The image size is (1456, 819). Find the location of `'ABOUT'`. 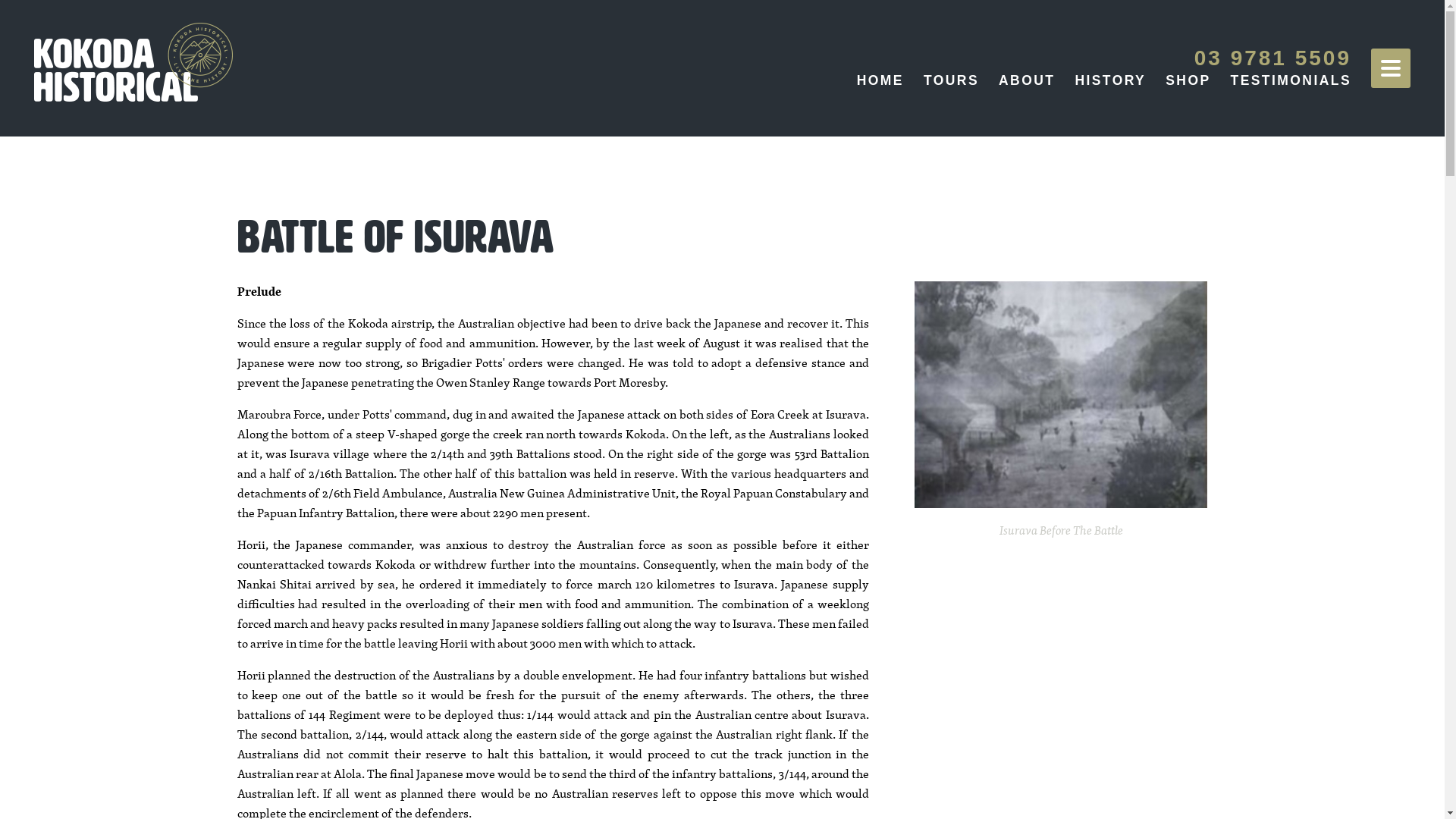

'ABOUT' is located at coordinates (1026, 80).